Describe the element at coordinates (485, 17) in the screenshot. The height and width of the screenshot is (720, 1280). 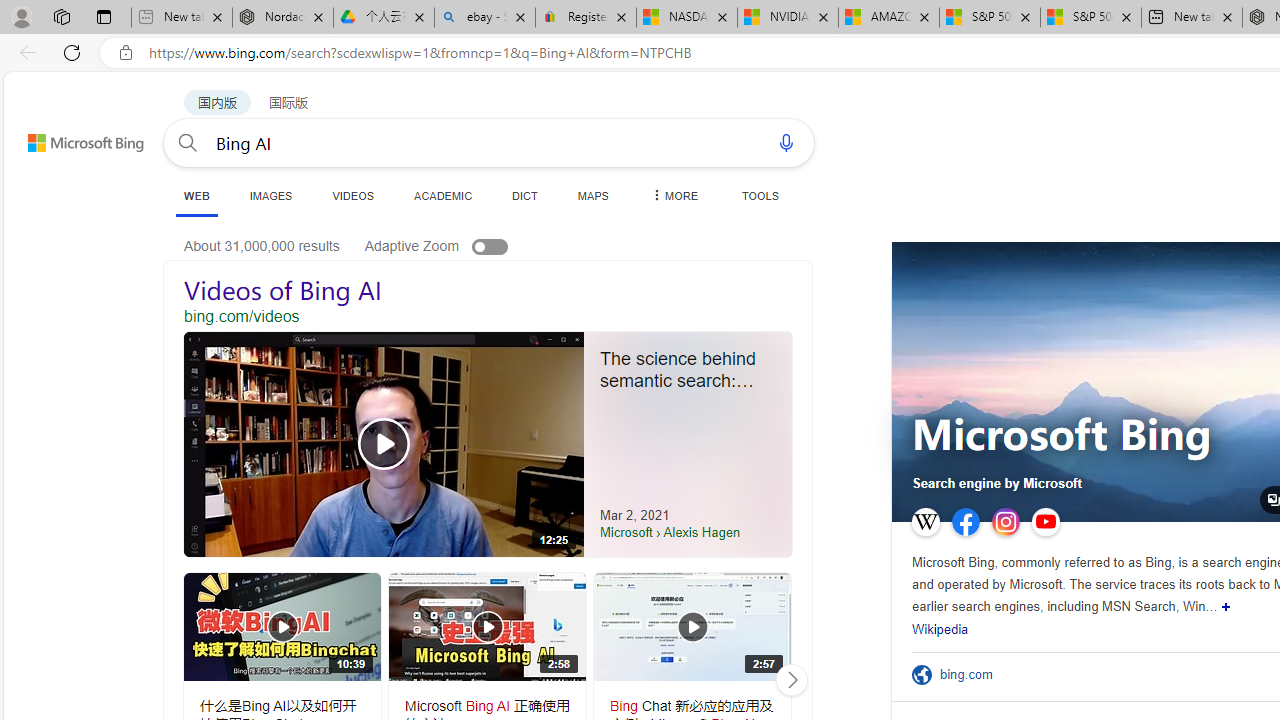
I see `'ebay - Search'` at that location.